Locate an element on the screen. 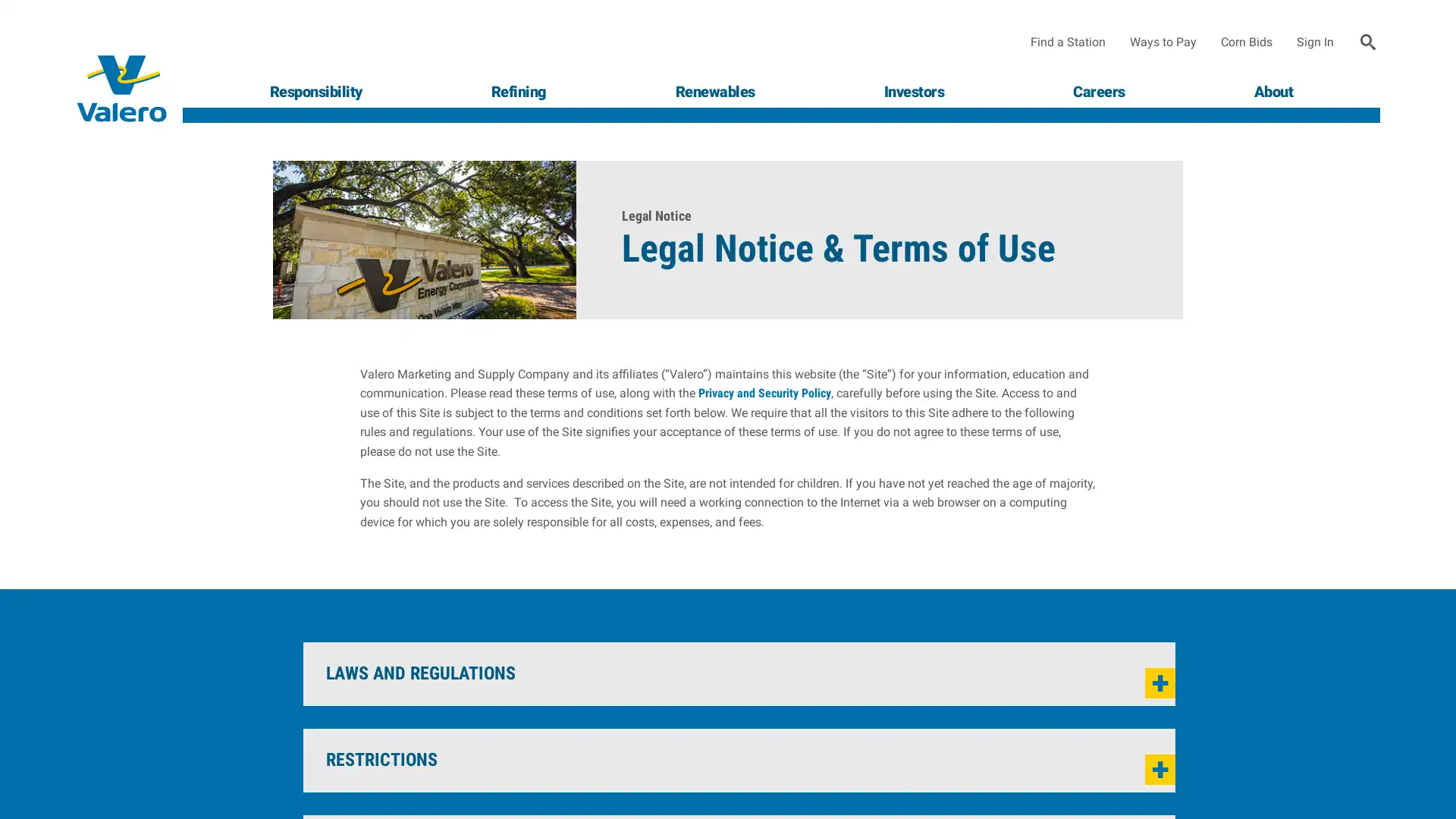  Apply is located at coordinates (1368, 42).